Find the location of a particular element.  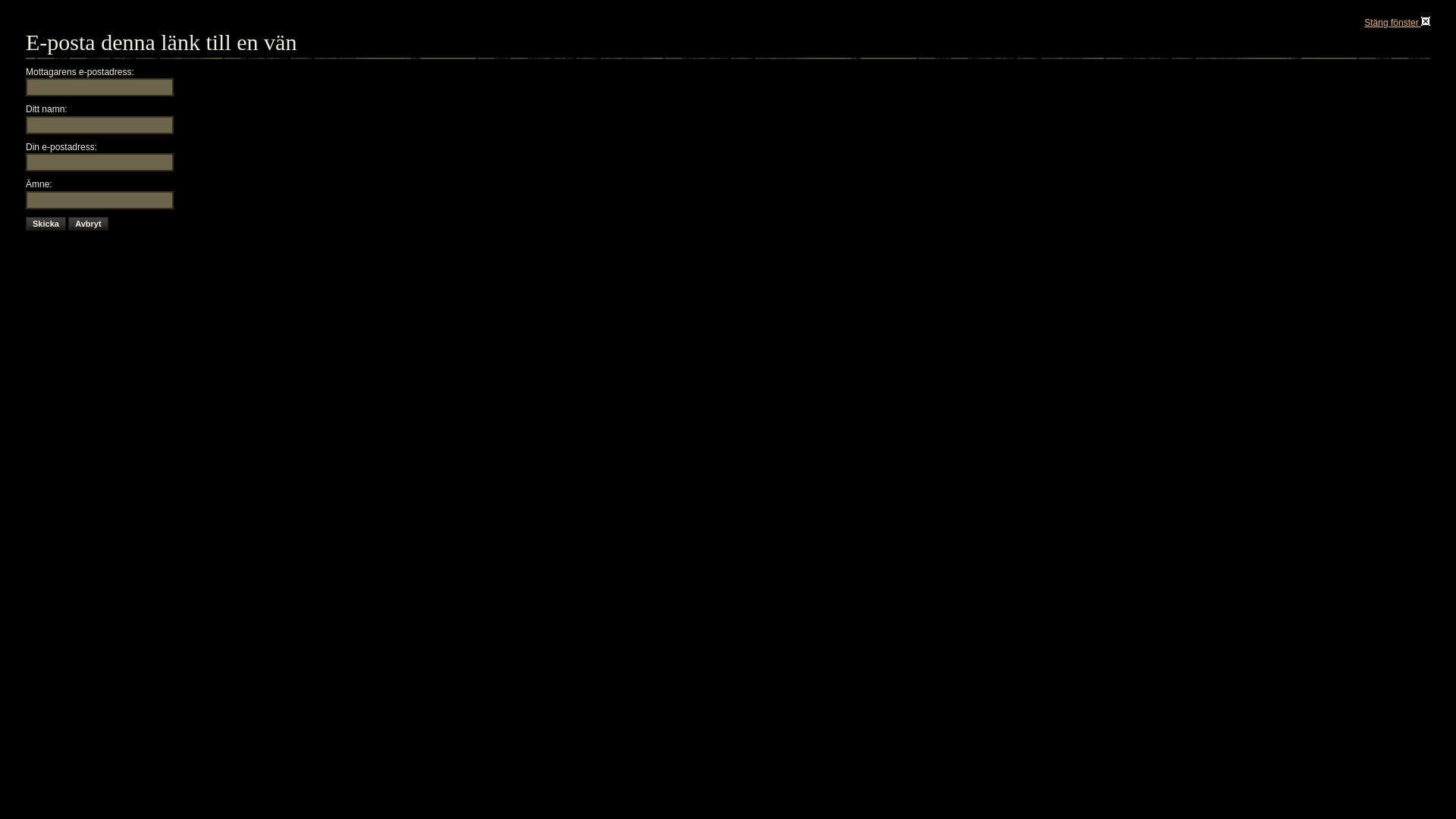

'Avbryt' is located at coordinates (86, 223).